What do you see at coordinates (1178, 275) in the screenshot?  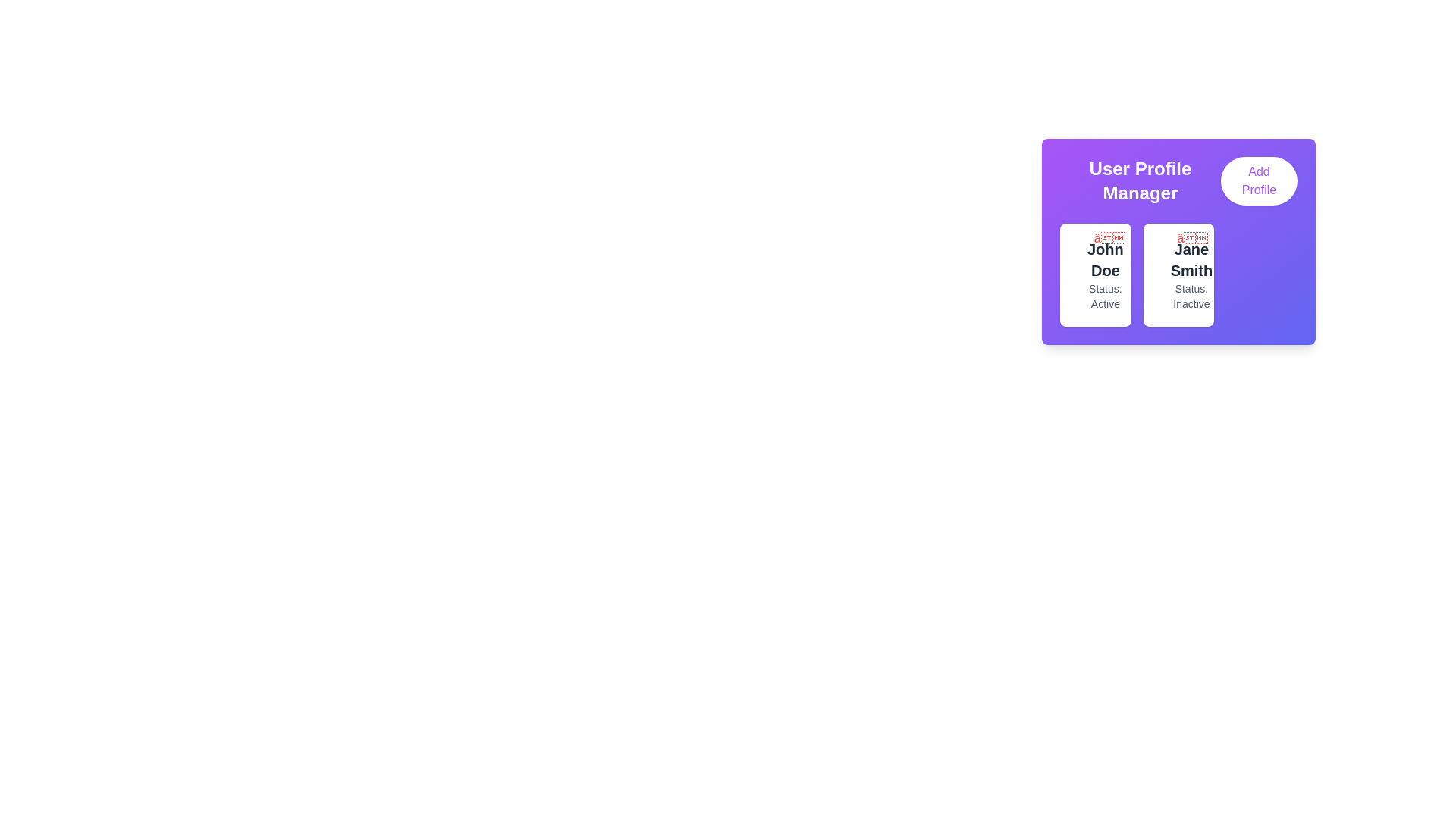 I see `the second profile card, which contains user information and an action button` at bounding box center [1178, 275].